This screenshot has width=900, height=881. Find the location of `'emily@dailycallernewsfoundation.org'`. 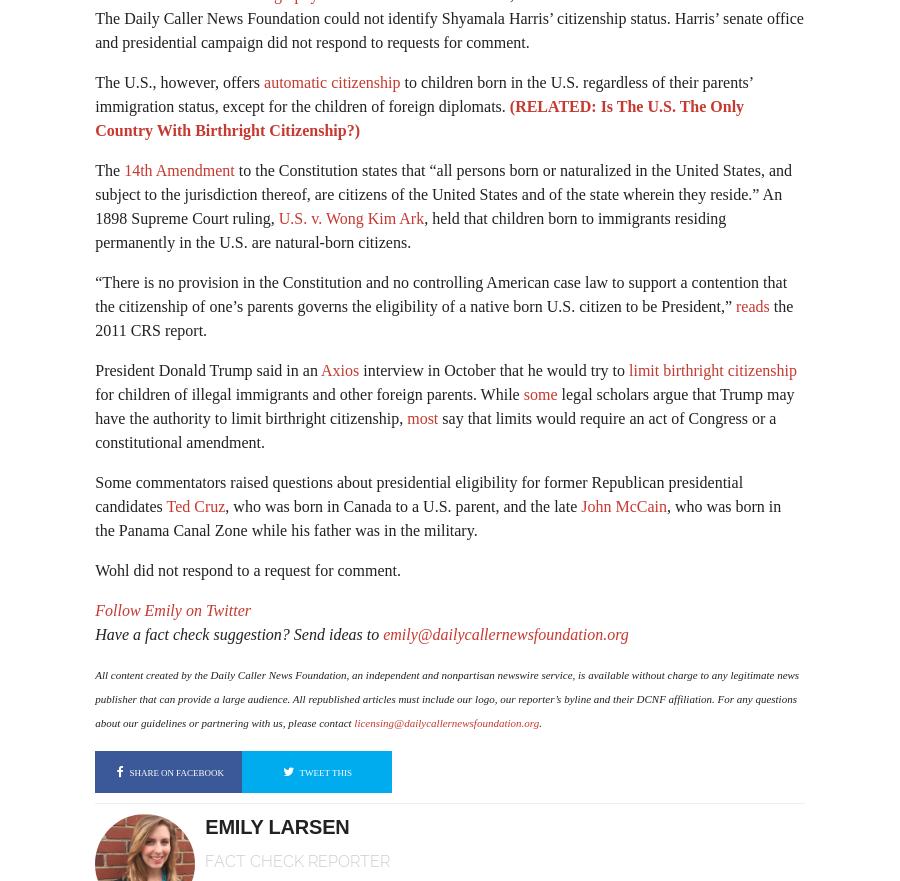

'emily@dailycallernewsfoundation.org' is located at coordinates (504, 633).